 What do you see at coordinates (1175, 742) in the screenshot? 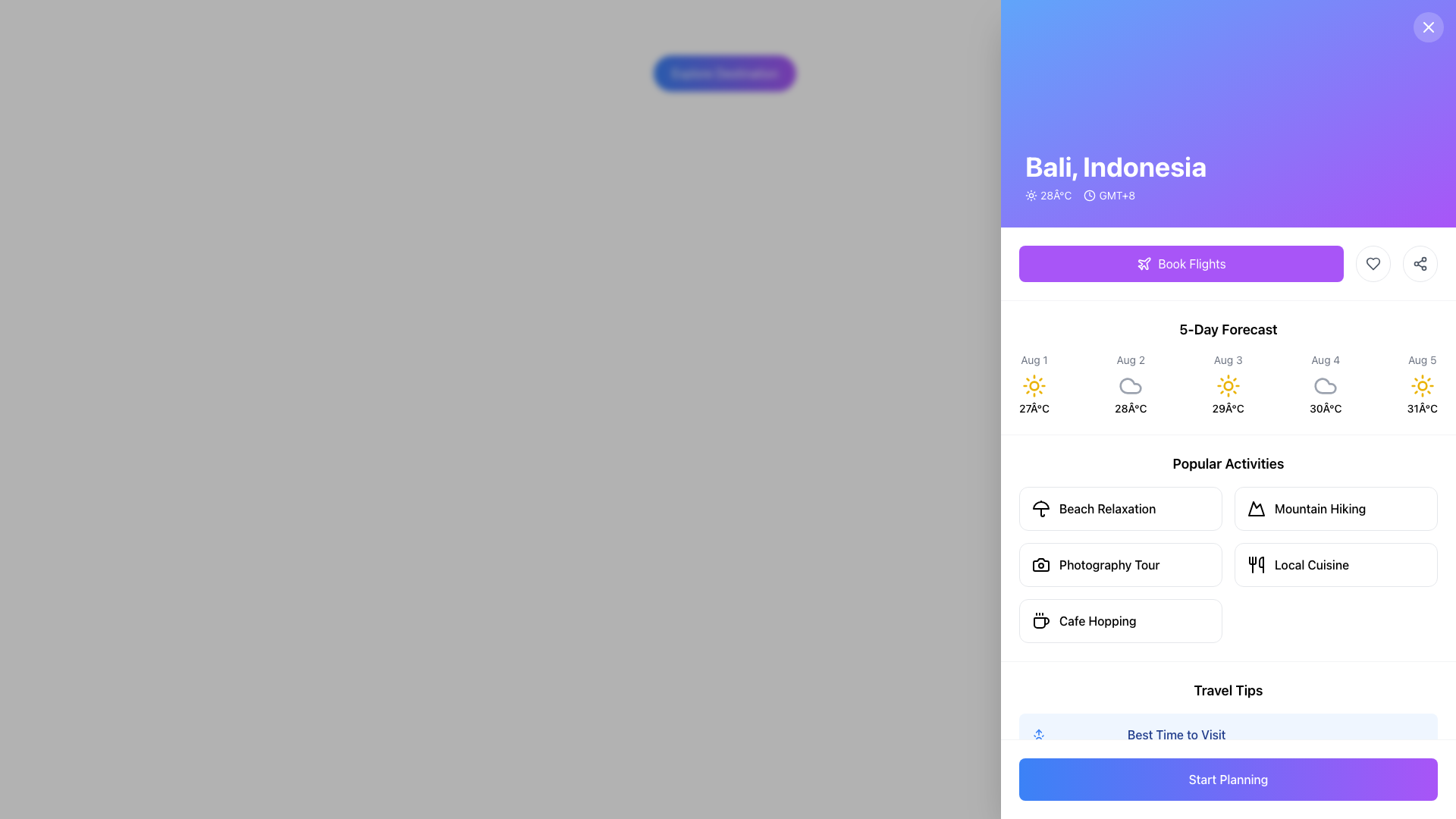
I see `the informational text block with the bolded text 'Best Time to Visit' in the Travel Tips section` at bounding box center [1175, 742].